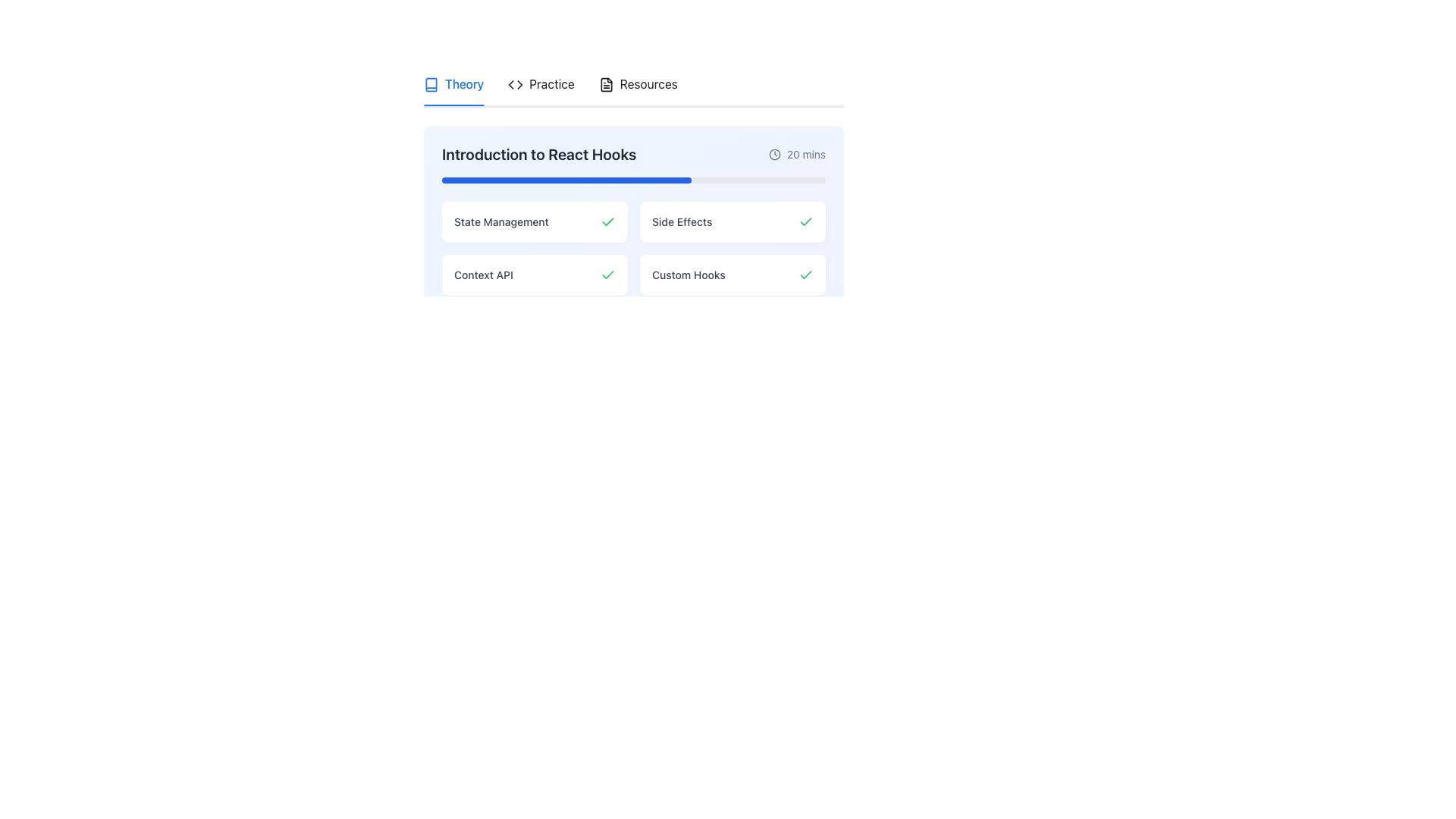  What do you see at coordinates (688, 275) in the screenshot?
I see `the static text label reading 'Custom Hooks', styled with medium font weight and gray color, located in the bottom-right position of a grid layout, directly below 'Side Effects' and to the right of 'Context API'` at bounding box center [688, 275].